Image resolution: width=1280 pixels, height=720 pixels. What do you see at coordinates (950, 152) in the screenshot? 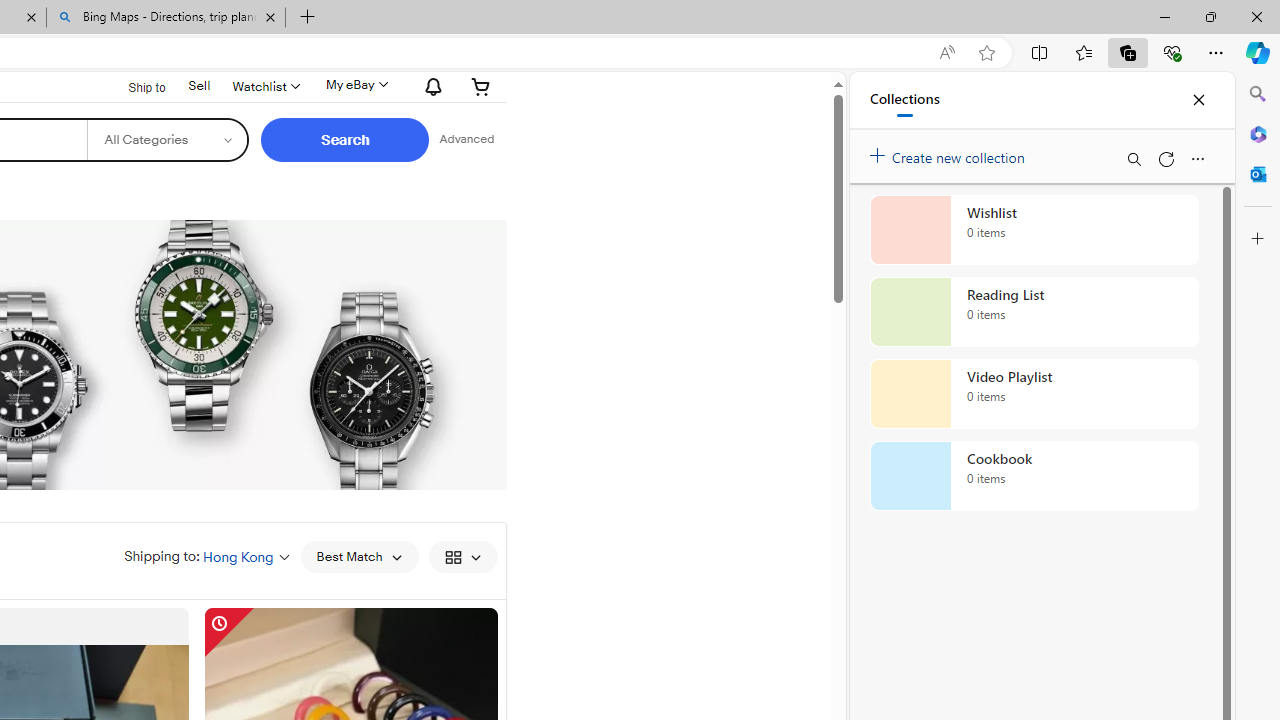
I see `'Create new collection'` at bounding box center [950, 152].